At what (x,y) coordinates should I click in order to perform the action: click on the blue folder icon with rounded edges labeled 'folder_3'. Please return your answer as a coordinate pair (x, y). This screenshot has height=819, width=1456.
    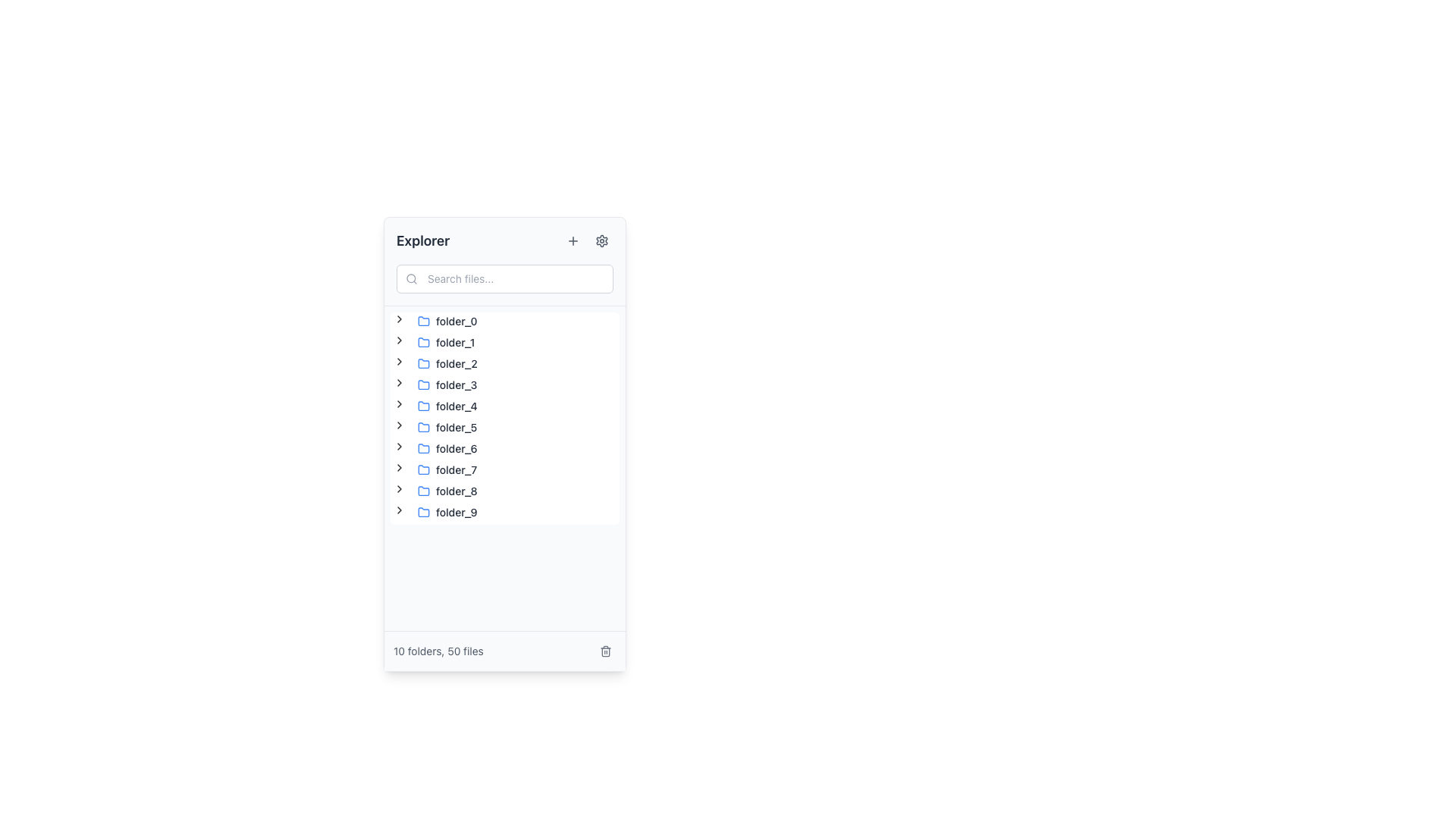
    Looking at the image, I should click on (423, 384).